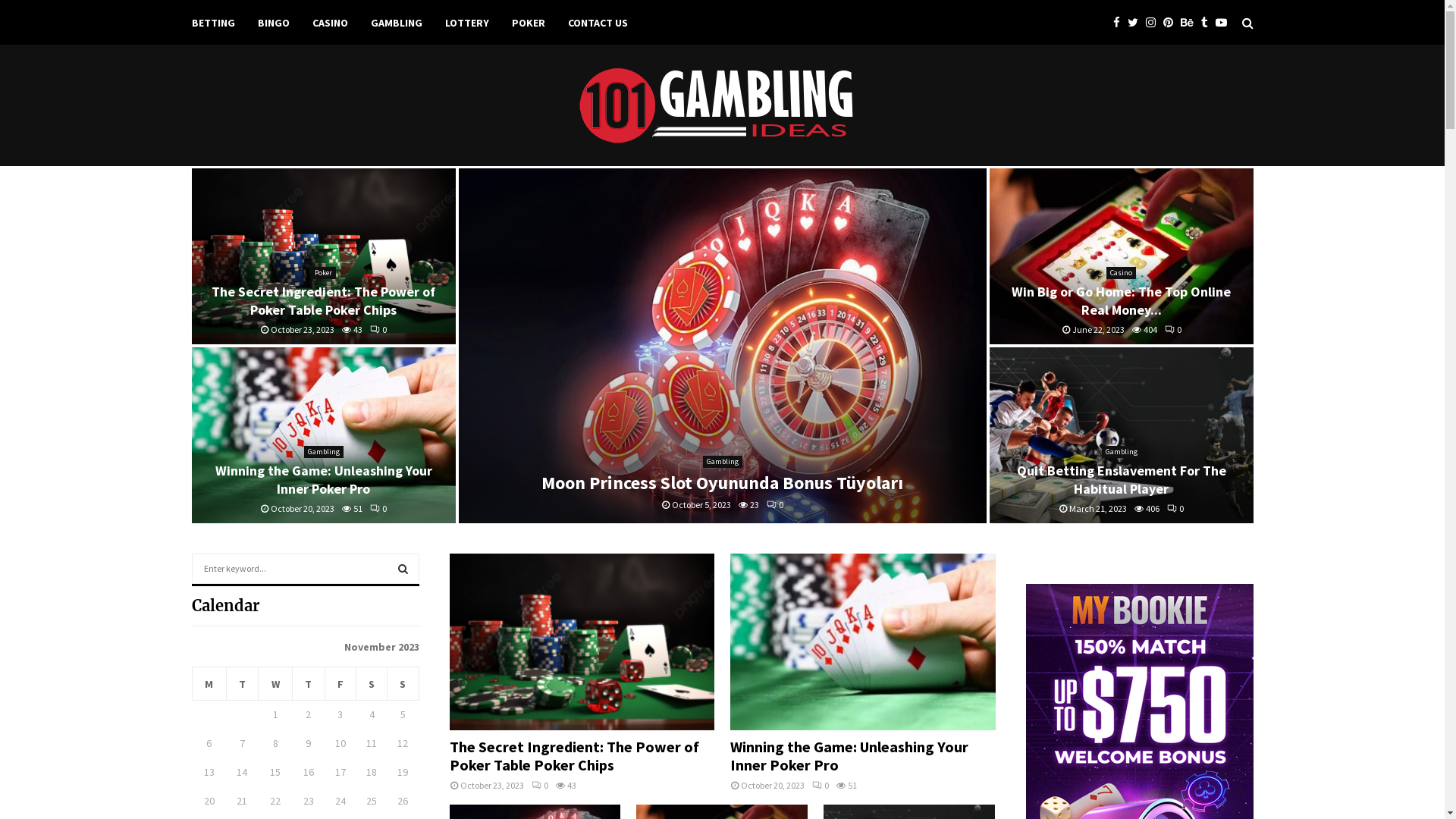  I want to click on 'The Secret Ingredient: The Power of Poker Table Poker Chips', so click(322, 256).